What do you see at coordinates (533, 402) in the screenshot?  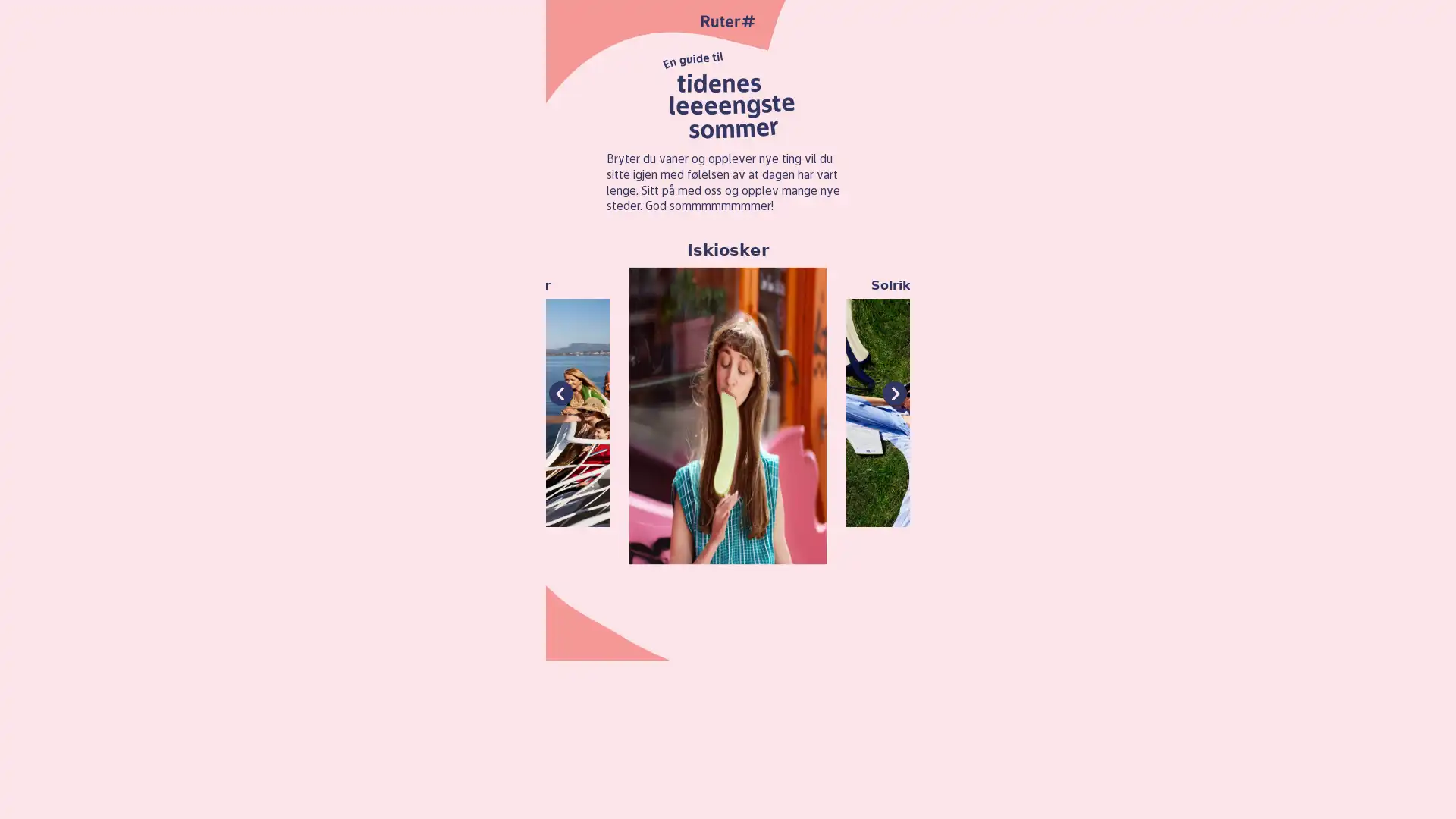 I see `yer` at bounding box center [533, 402].